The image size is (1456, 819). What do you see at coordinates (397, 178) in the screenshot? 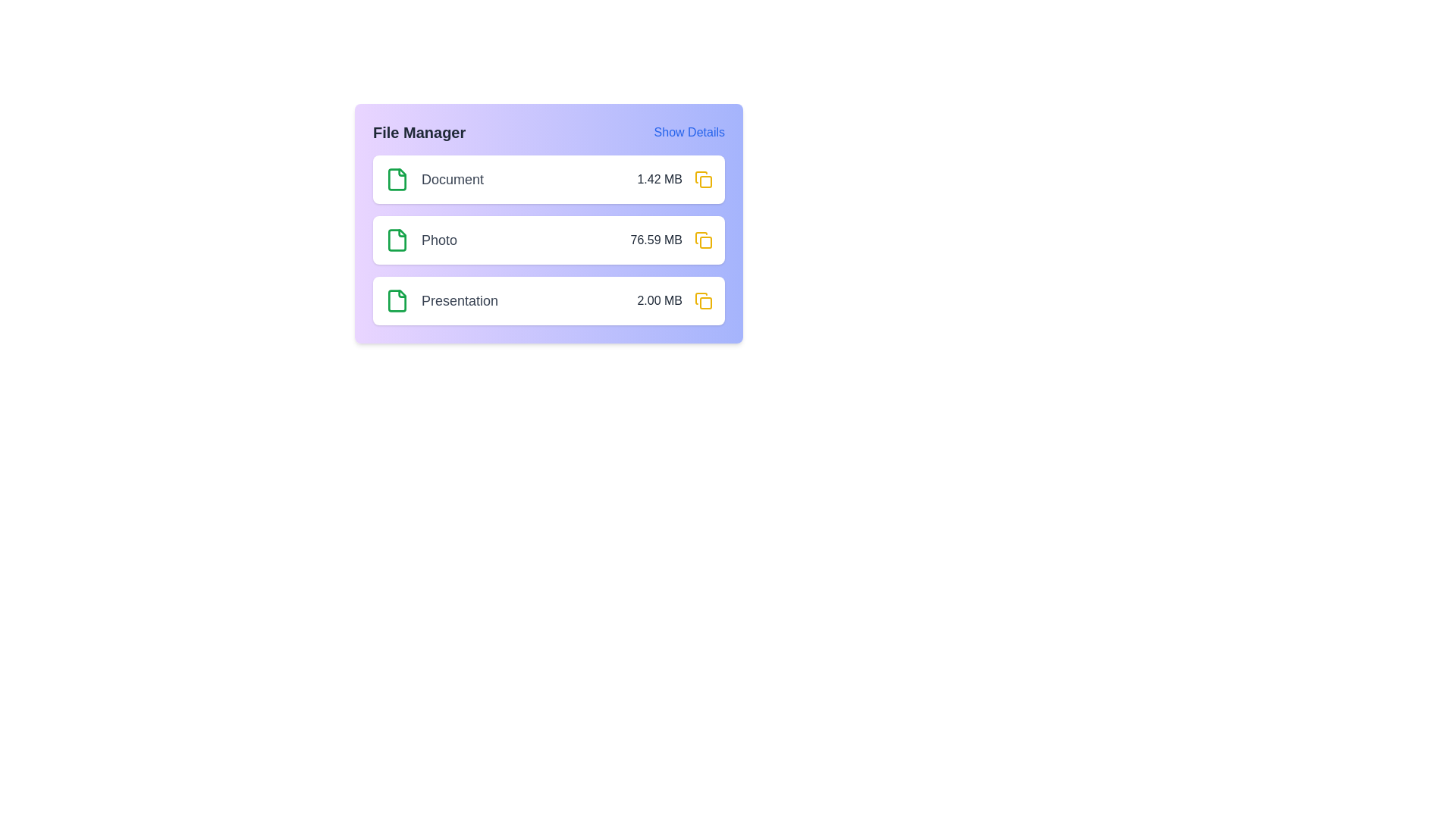
I see `the document file icon, which is a green rectangular shape with a folded corner located at the leftmost part of the 'Document' row in the file manager area` at bounding box center [397, 178].